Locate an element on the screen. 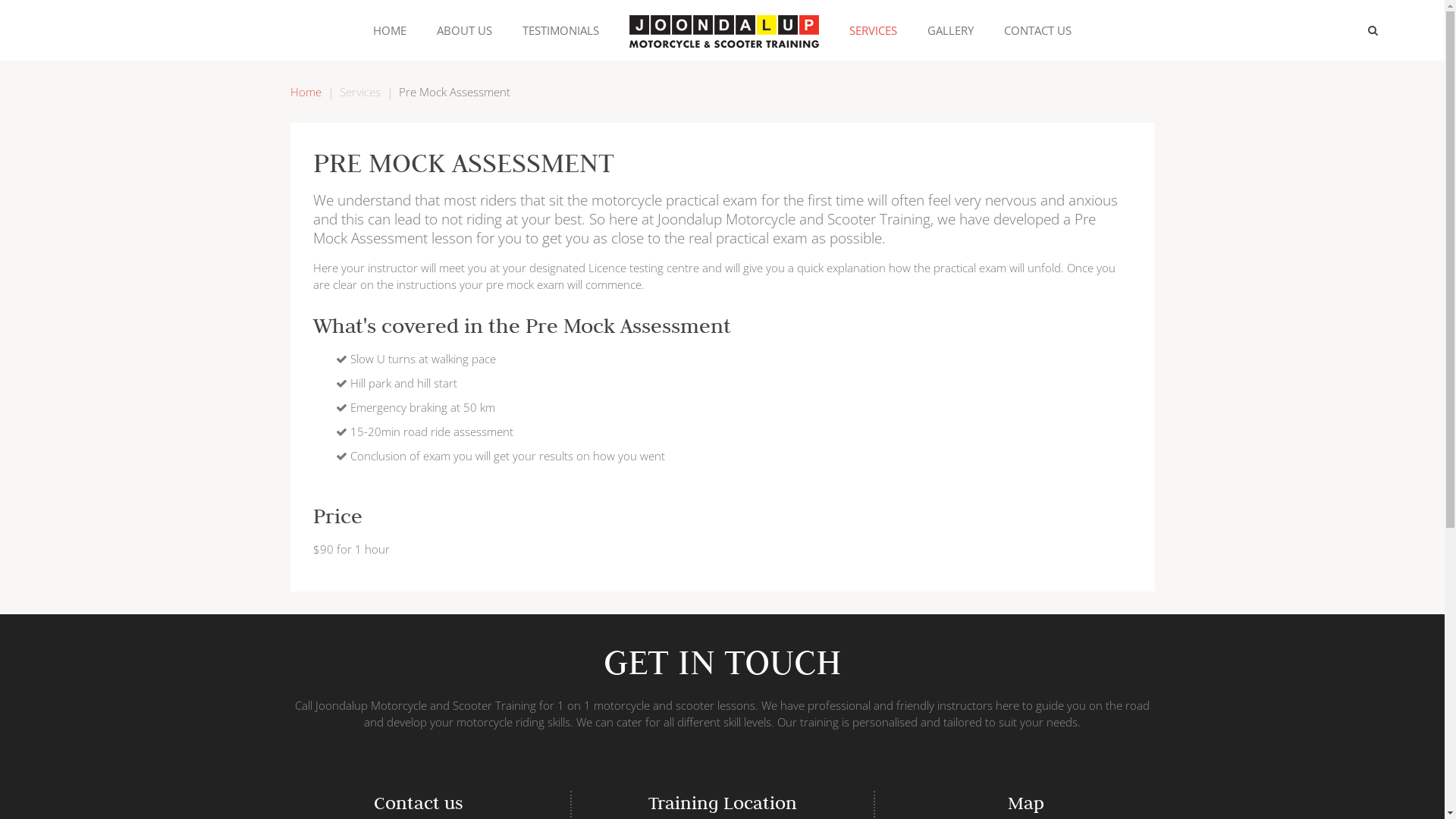 The height and width of the screenshot is (819, 1456). 'CONTACT US' is located at coordinates (1037, 30).